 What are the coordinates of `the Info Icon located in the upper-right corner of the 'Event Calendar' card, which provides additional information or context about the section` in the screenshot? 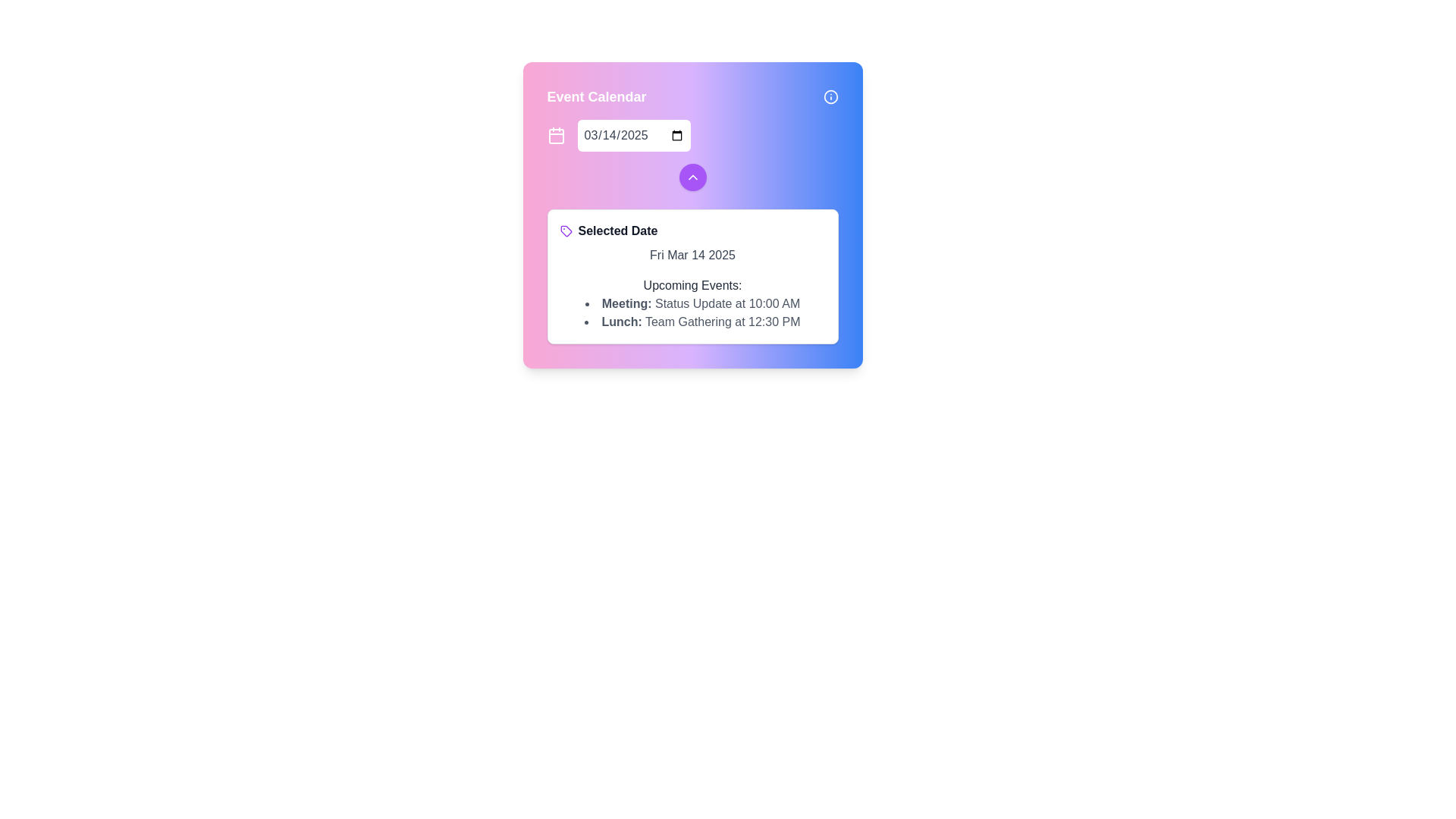 It's located at (830, 96).